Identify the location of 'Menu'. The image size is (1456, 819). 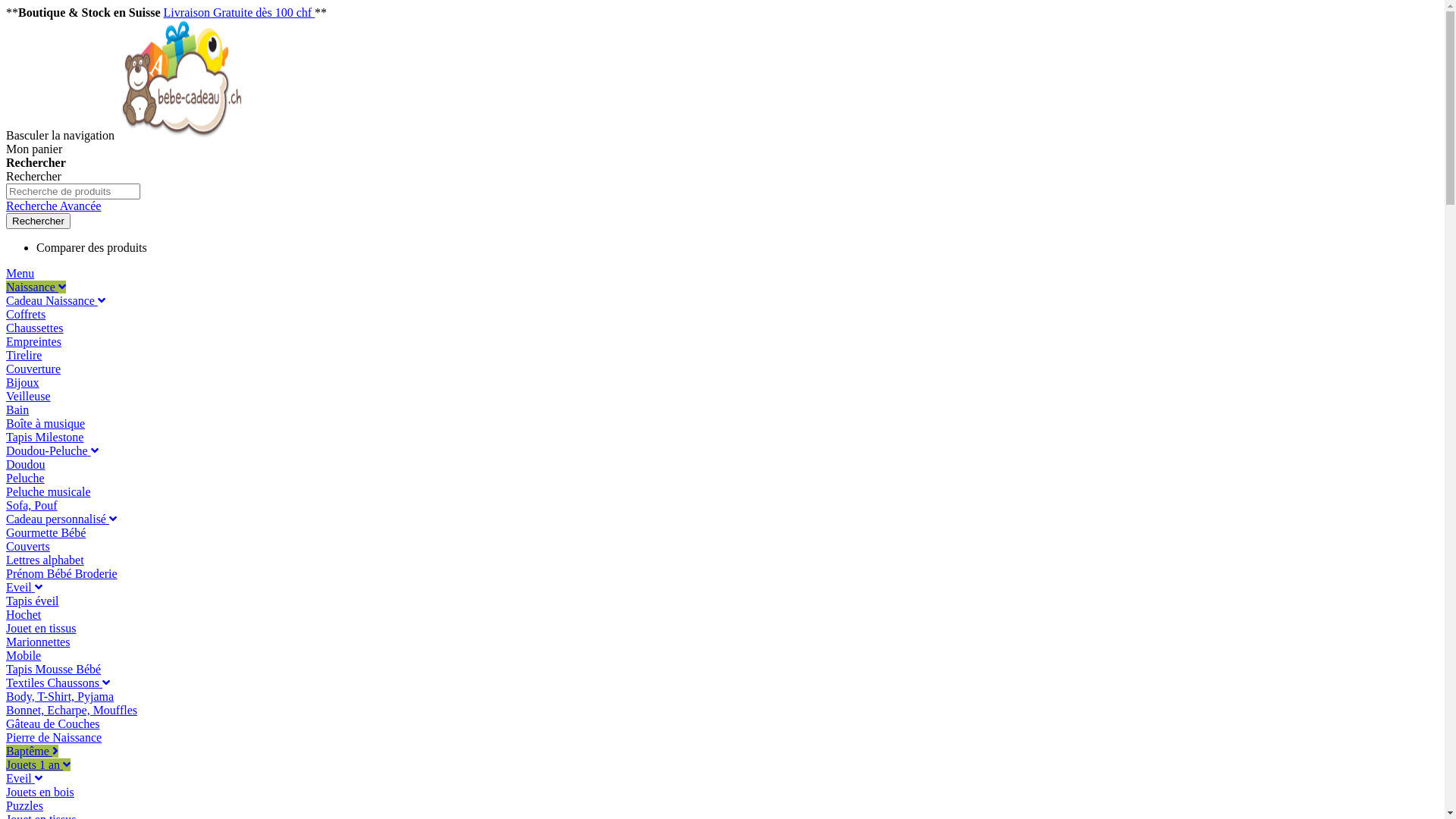
(20, 273).